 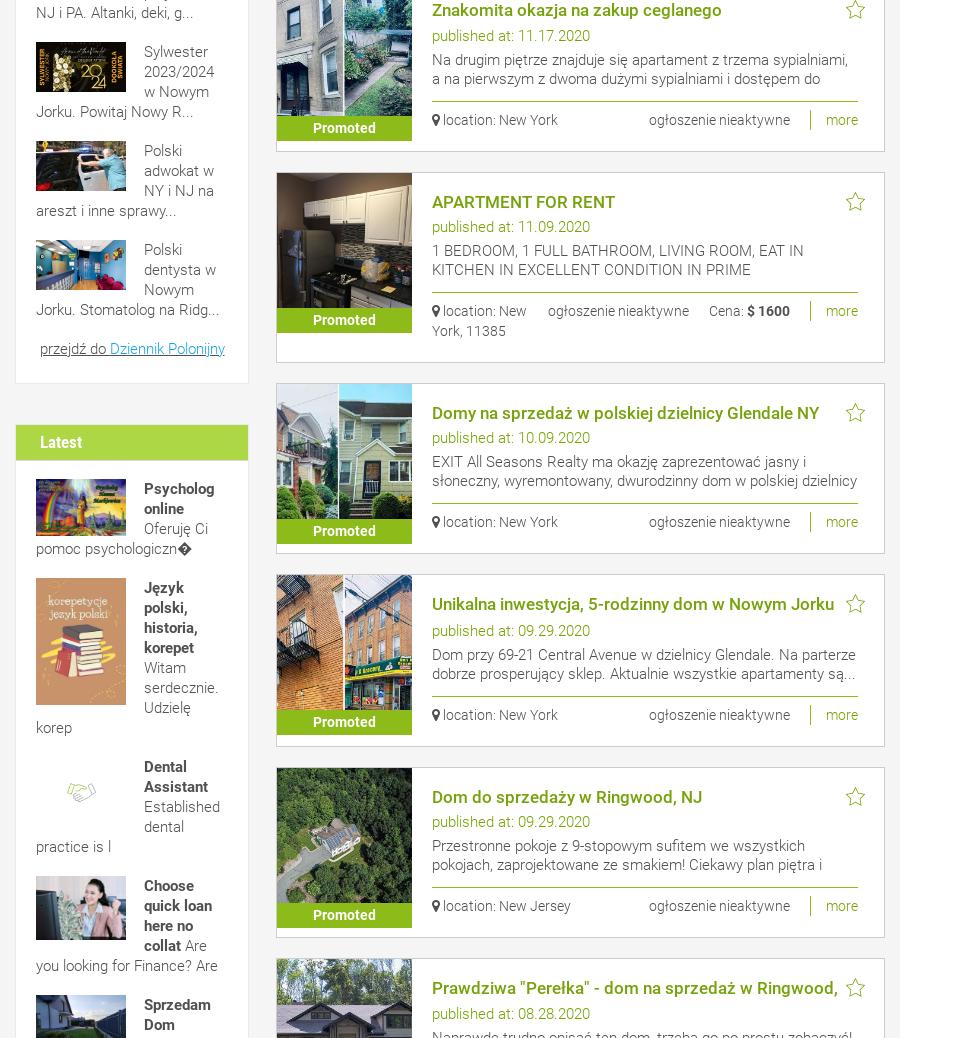 What do you see at coordinates (631, 612) in the screenshot?
I see `'Unikalna inwestycja, 5-rodzinny dom w Nowym Jorku na sprzedaż'` at bounding box center [631, 612].